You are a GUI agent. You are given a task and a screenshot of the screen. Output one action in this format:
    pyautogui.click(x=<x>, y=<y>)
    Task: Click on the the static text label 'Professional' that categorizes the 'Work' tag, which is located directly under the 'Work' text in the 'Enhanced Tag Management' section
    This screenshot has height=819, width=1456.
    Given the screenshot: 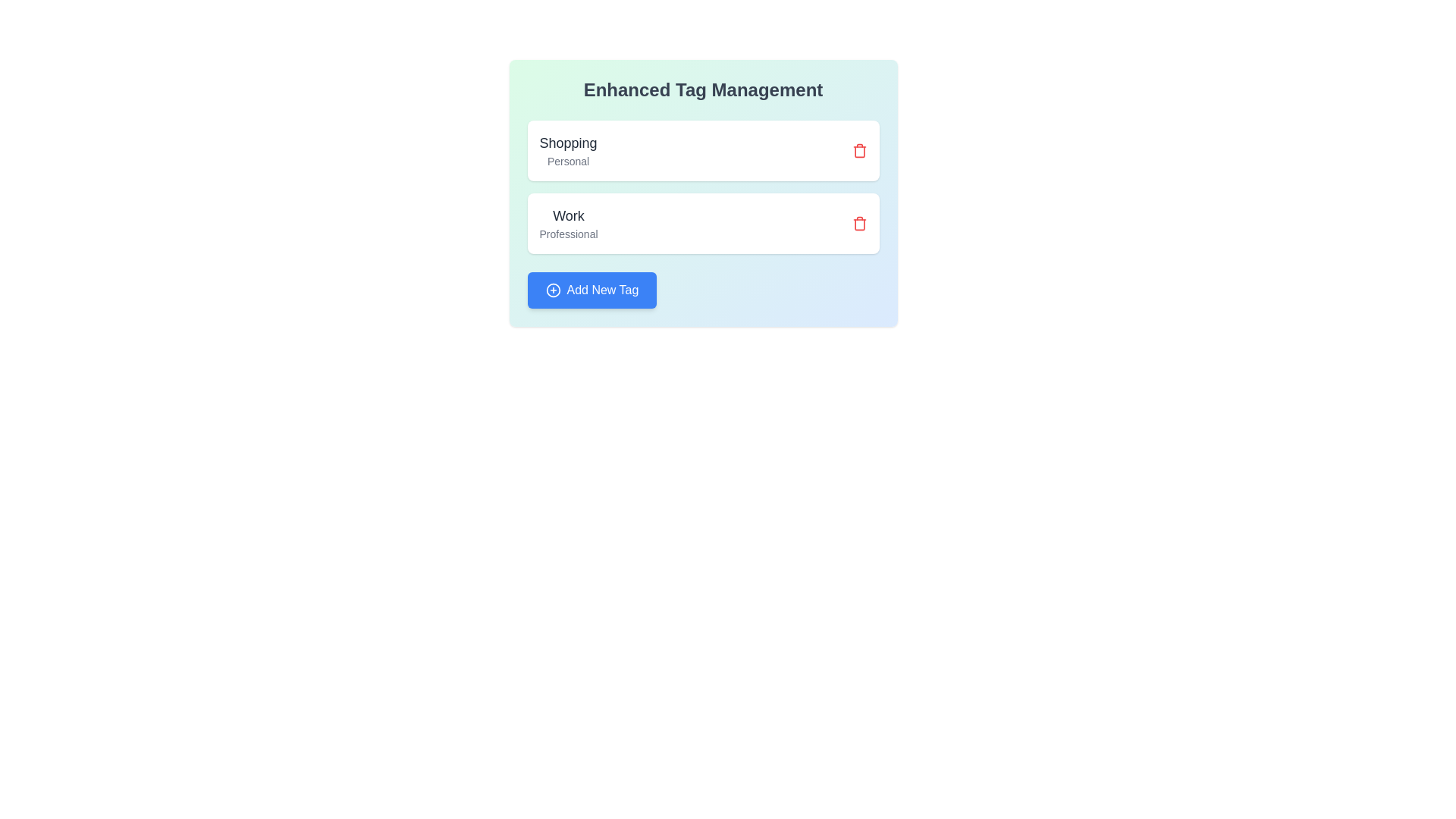 What is the action you would take?
    pyautogui.click(x=567, y=234)
    